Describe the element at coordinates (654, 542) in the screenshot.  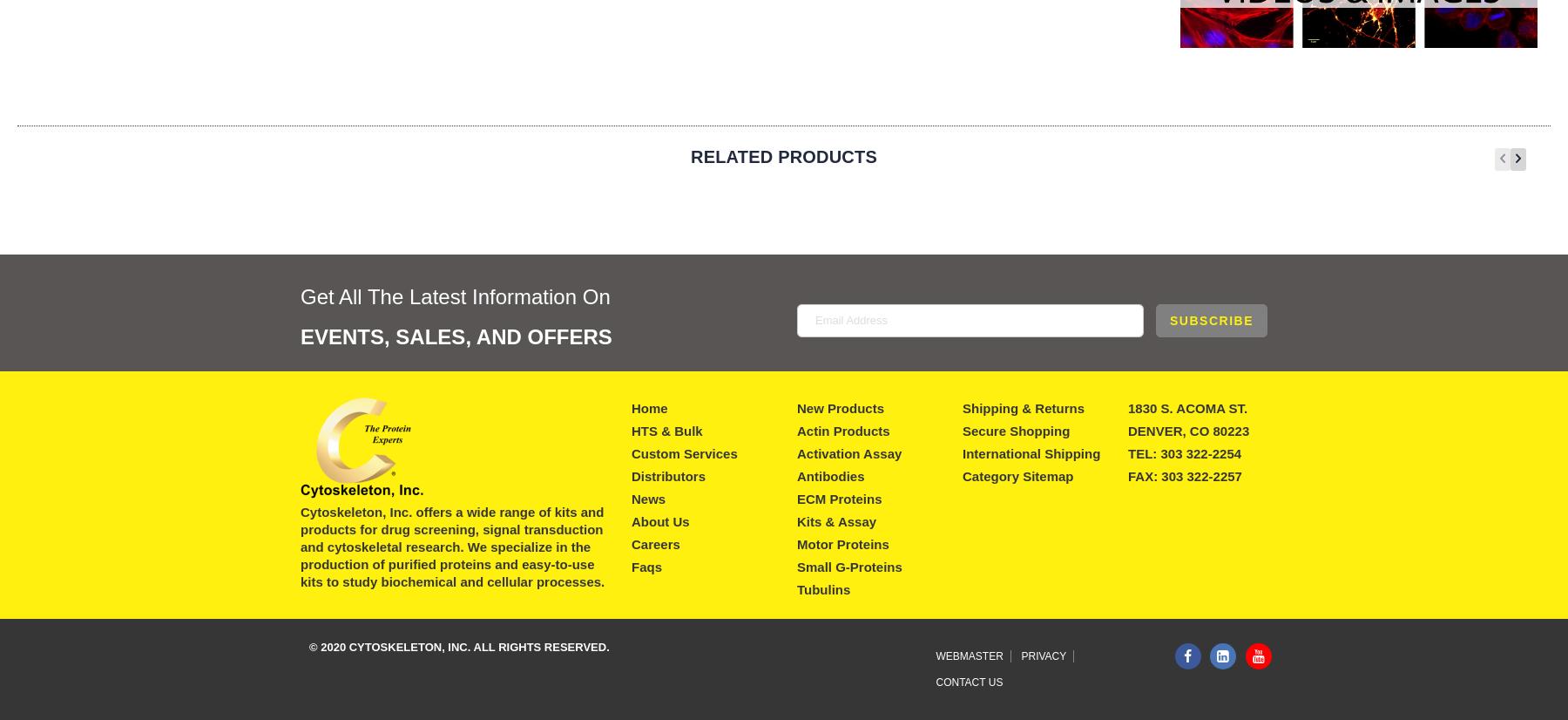
I see `'Careers'` at that location.